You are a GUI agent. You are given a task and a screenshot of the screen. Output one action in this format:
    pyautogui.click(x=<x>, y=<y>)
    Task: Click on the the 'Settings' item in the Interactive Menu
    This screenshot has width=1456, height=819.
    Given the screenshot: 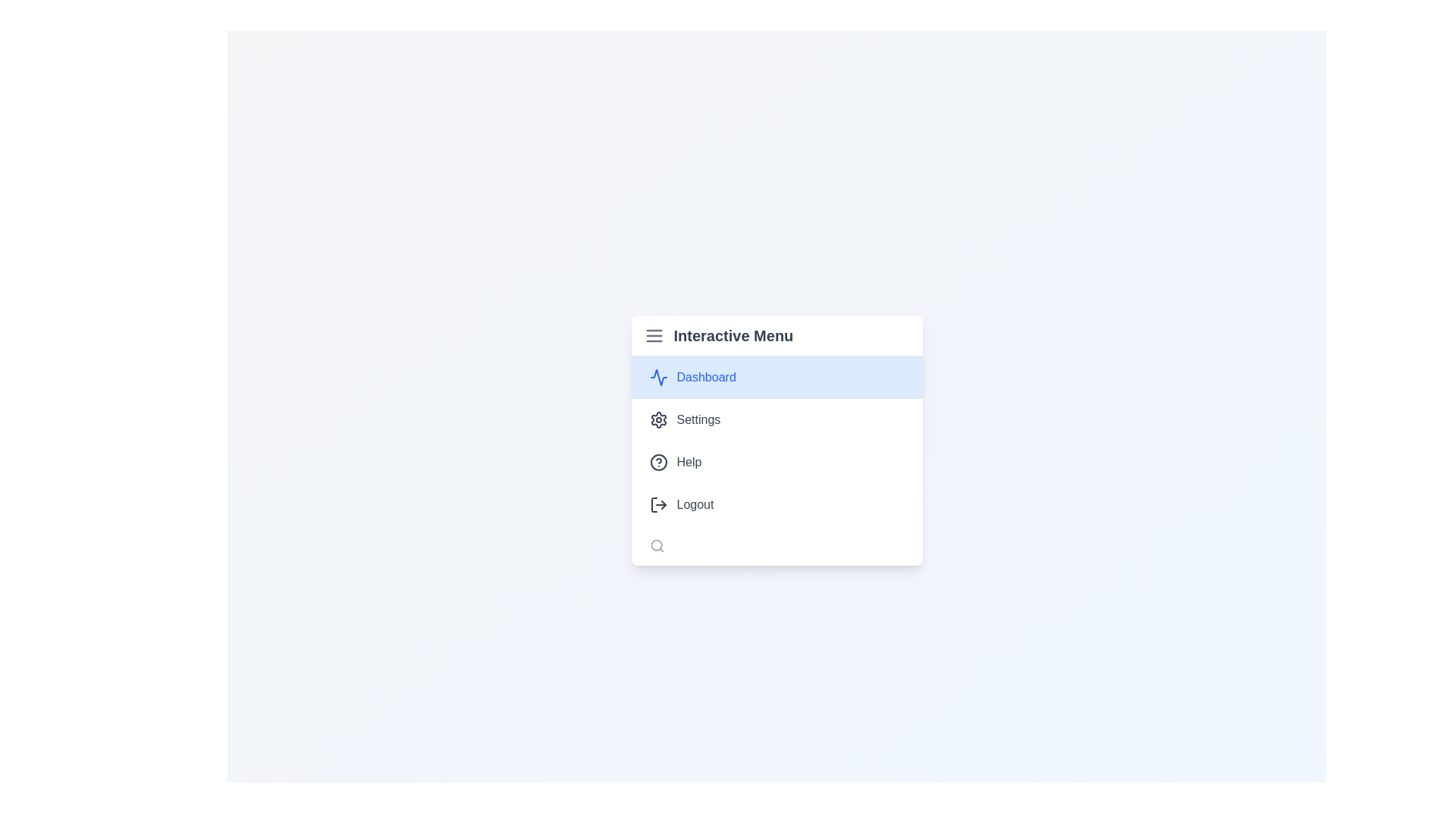 What is the action you would take?
    pyautogui.click(x=777, y=441)
    